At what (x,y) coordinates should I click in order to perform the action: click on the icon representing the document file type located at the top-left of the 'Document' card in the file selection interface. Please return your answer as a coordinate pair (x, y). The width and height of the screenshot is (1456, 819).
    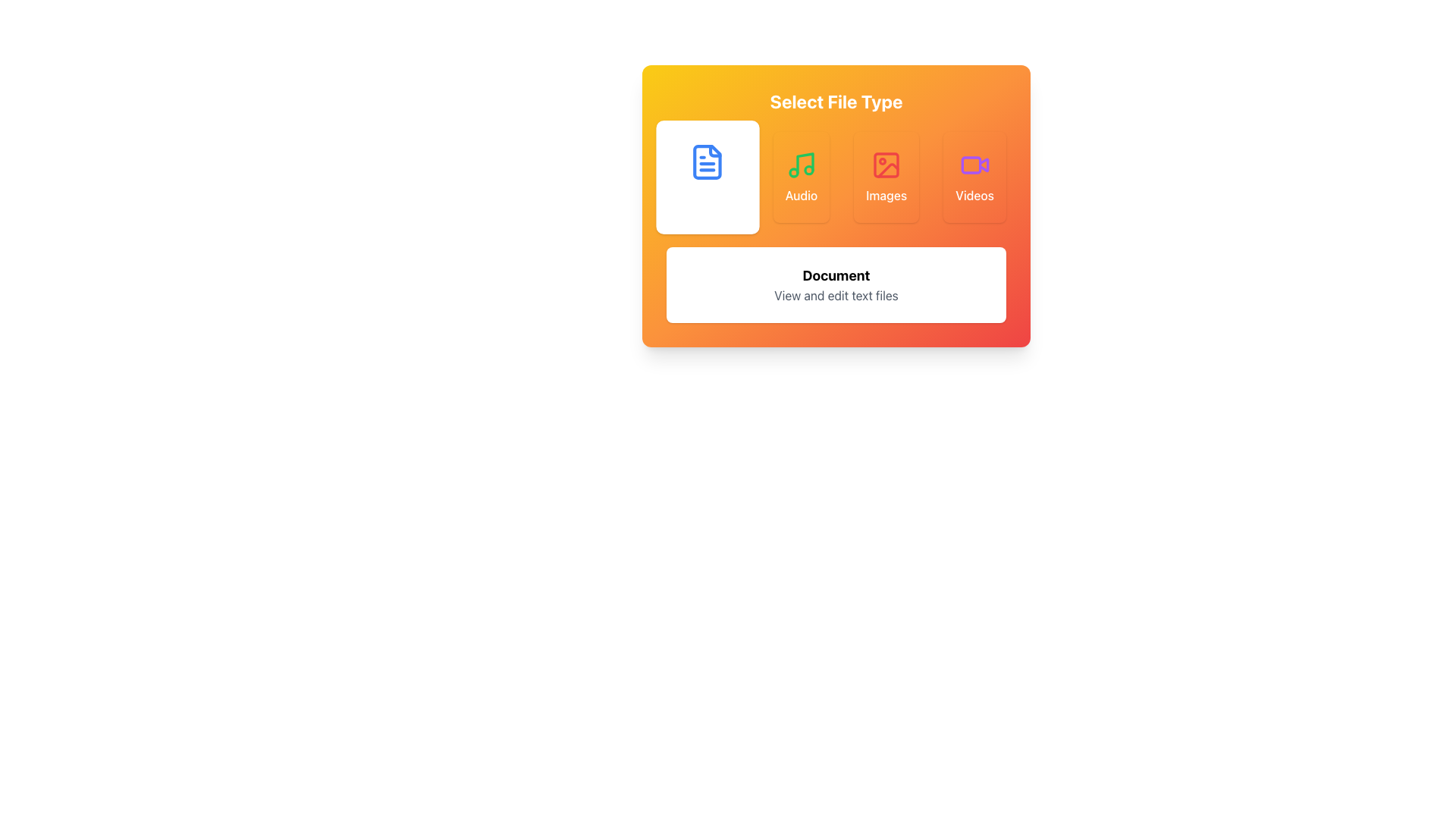
    Looking at the image, I should click on (706, 162).